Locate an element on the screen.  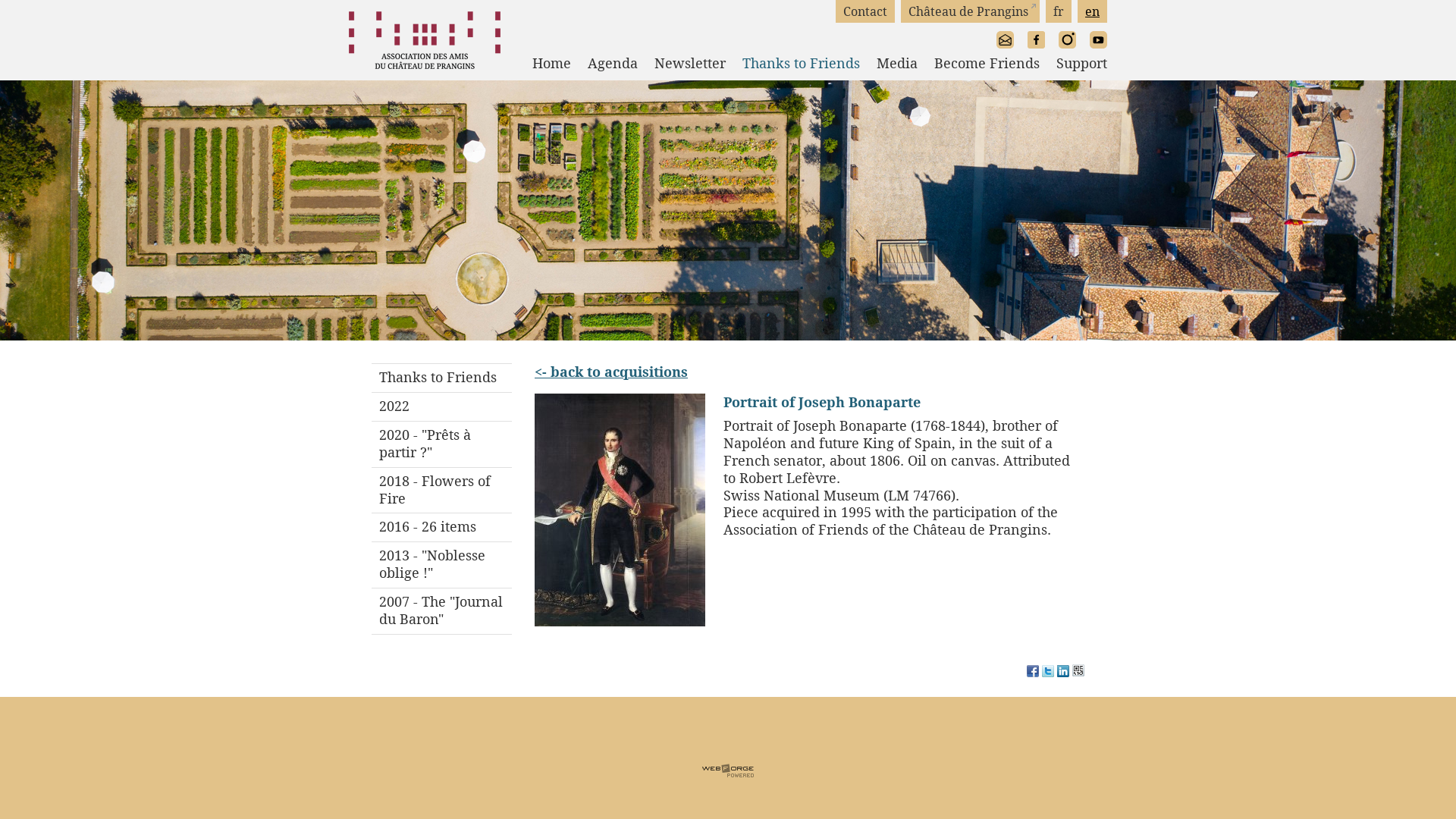
'<- back to acquisitions' is located at coordinates (535, 371).